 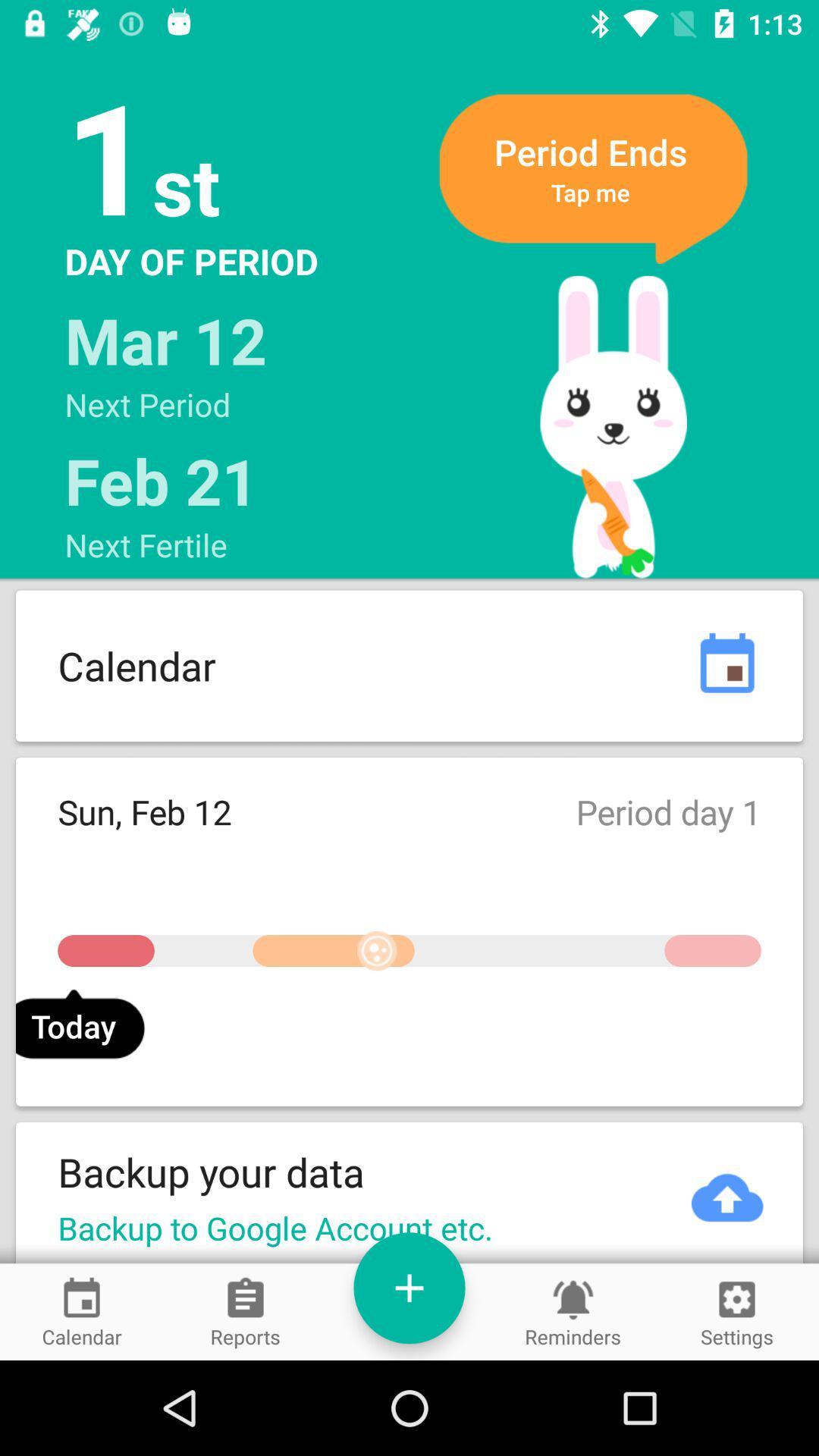 What do you see at coordinates (409, 1287) in the screenshot?
I see `the add icon` at bounding box center [409, 1287].